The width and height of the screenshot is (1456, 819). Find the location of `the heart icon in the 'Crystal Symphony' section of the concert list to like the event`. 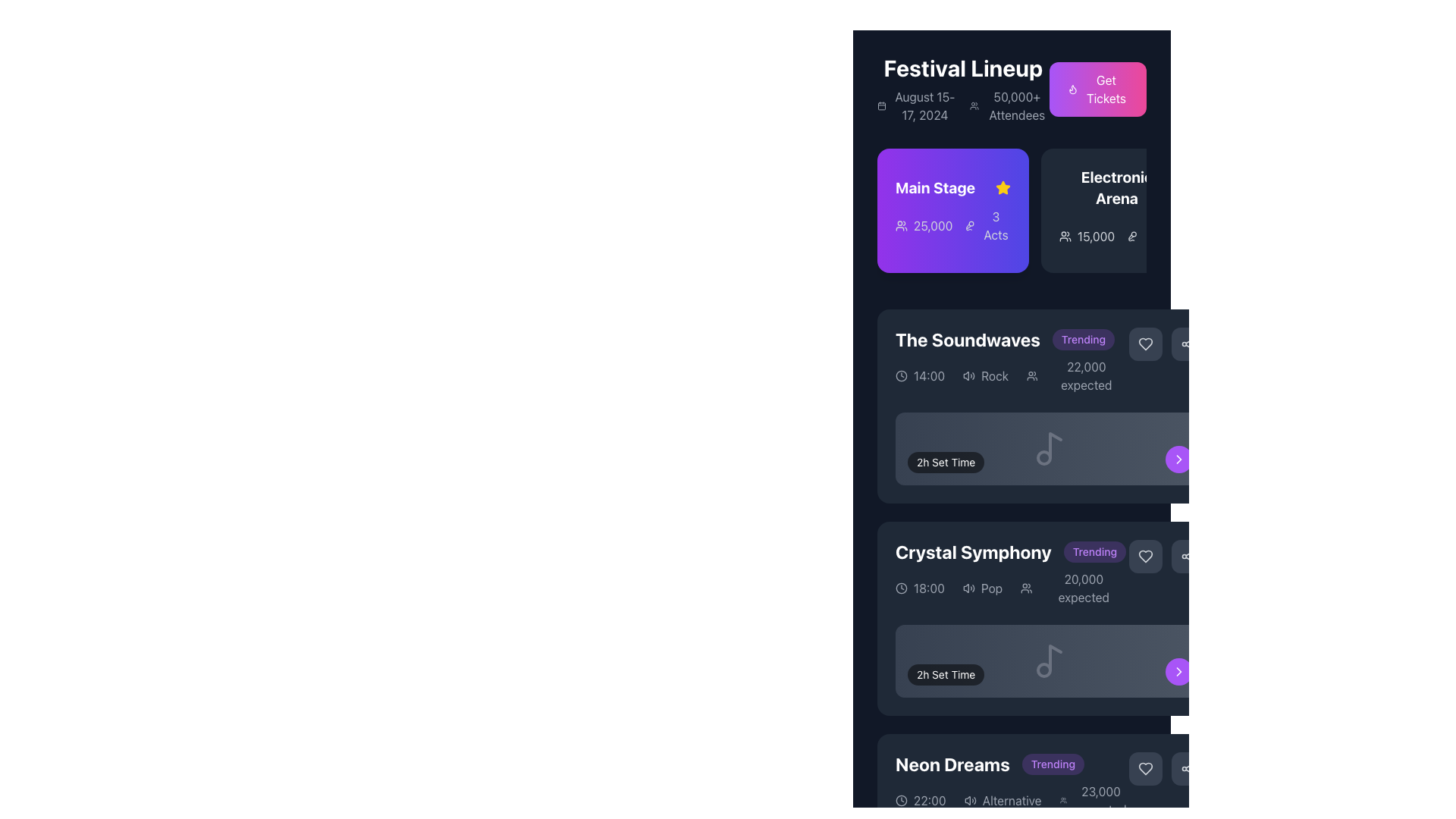

the heart icon in the 'Crystal Symphony' section of the concert list to like the event is located at coordinates (1166, 556).